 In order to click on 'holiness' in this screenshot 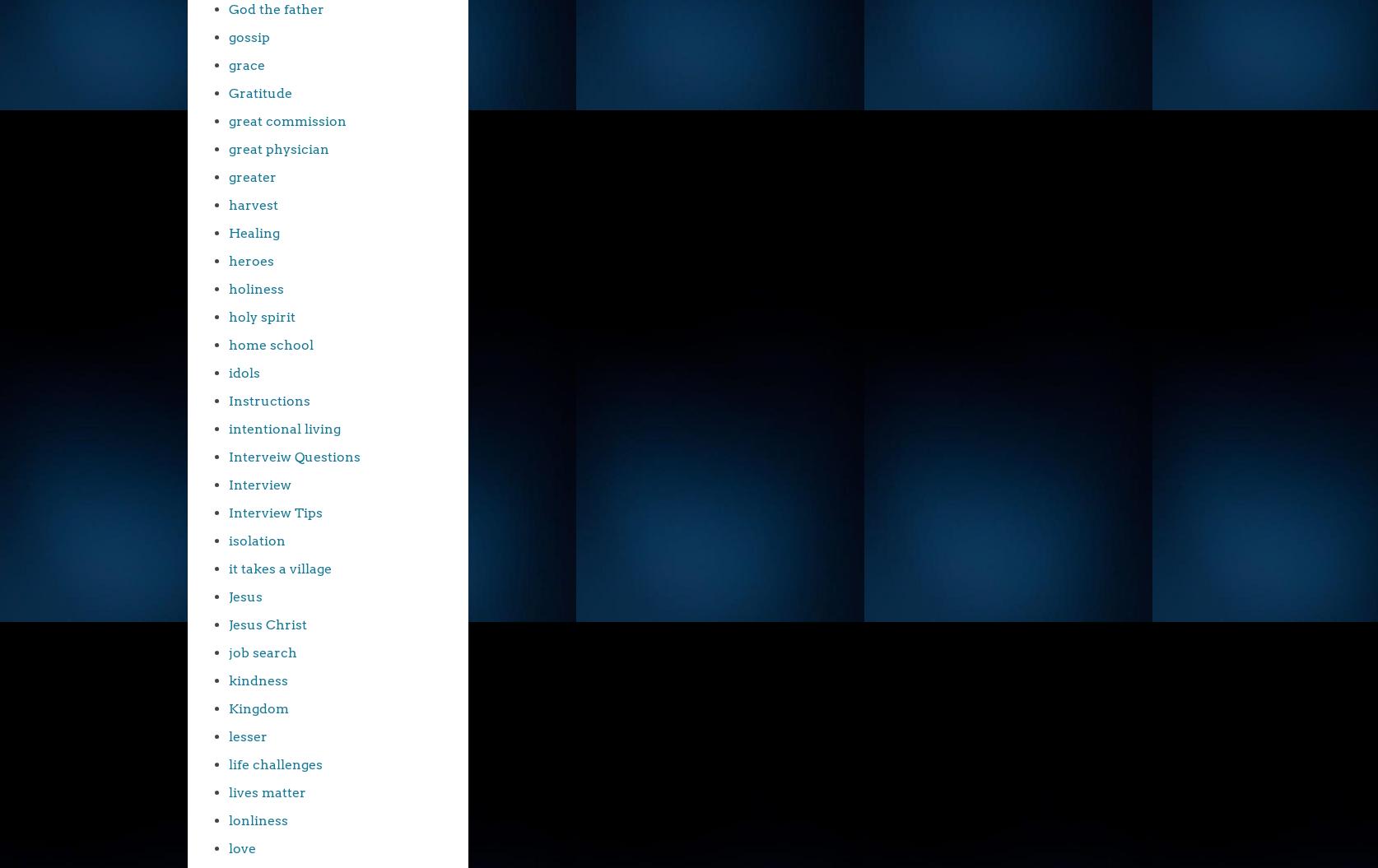, I will do `click(228, 288)`.